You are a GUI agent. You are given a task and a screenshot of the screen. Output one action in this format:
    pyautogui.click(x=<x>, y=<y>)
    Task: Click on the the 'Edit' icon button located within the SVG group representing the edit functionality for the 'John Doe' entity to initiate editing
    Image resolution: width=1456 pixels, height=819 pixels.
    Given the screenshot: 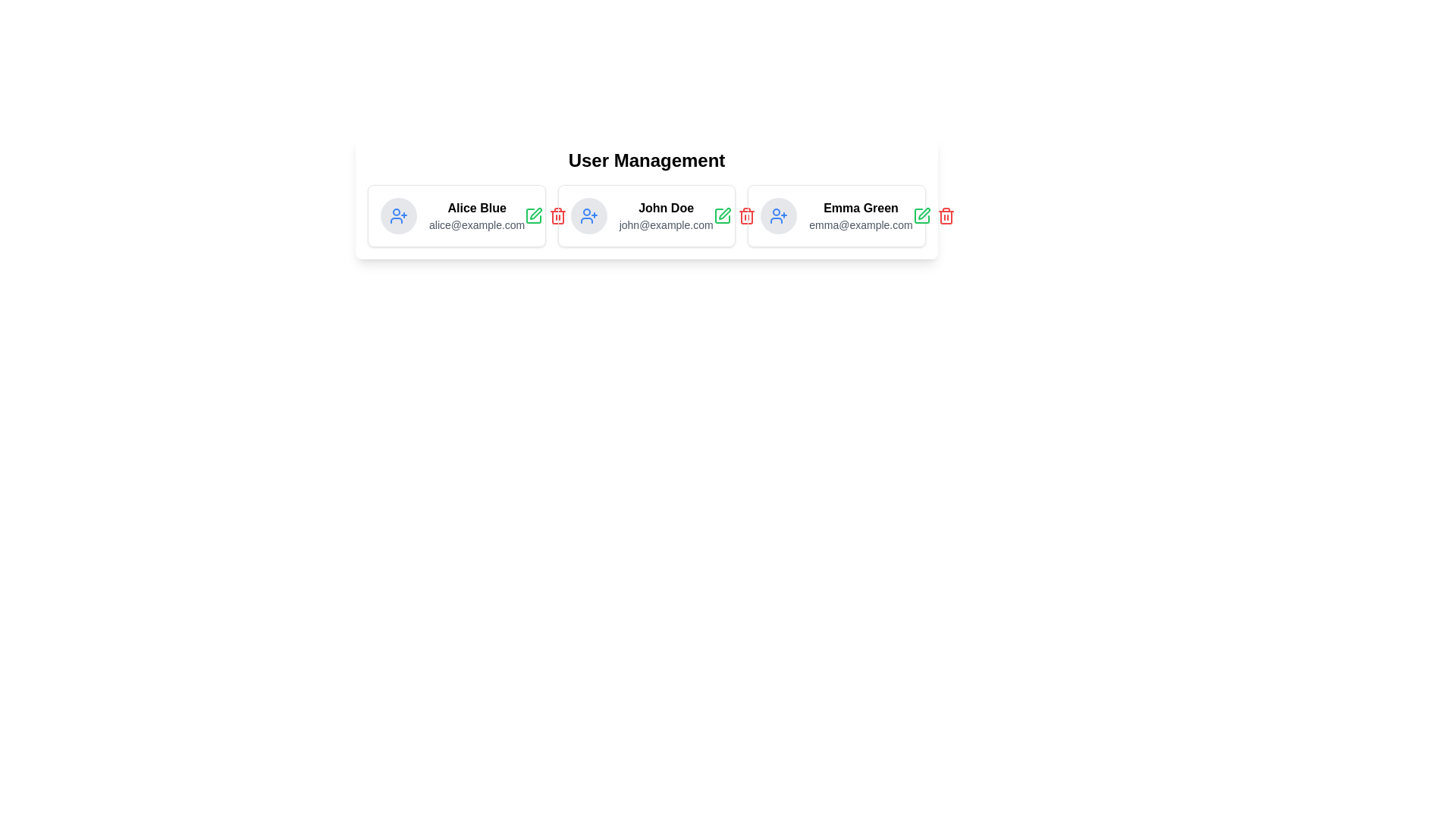 What is the action you would take?
    pyautogui.click(x=721, y=216)
    